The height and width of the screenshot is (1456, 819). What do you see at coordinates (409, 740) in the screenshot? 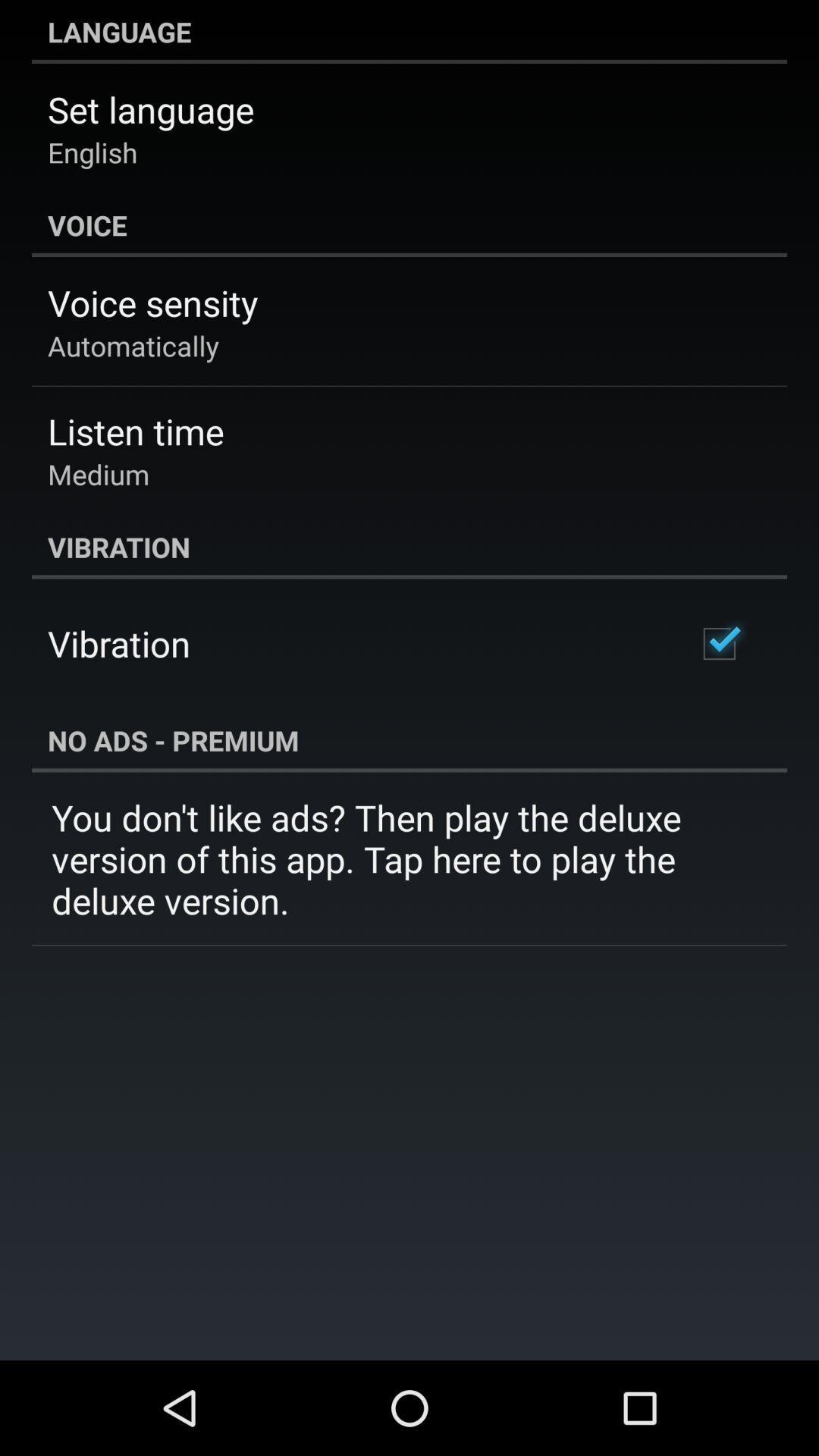
I see `no ads - premium icon` at bounding box center [409, 740].